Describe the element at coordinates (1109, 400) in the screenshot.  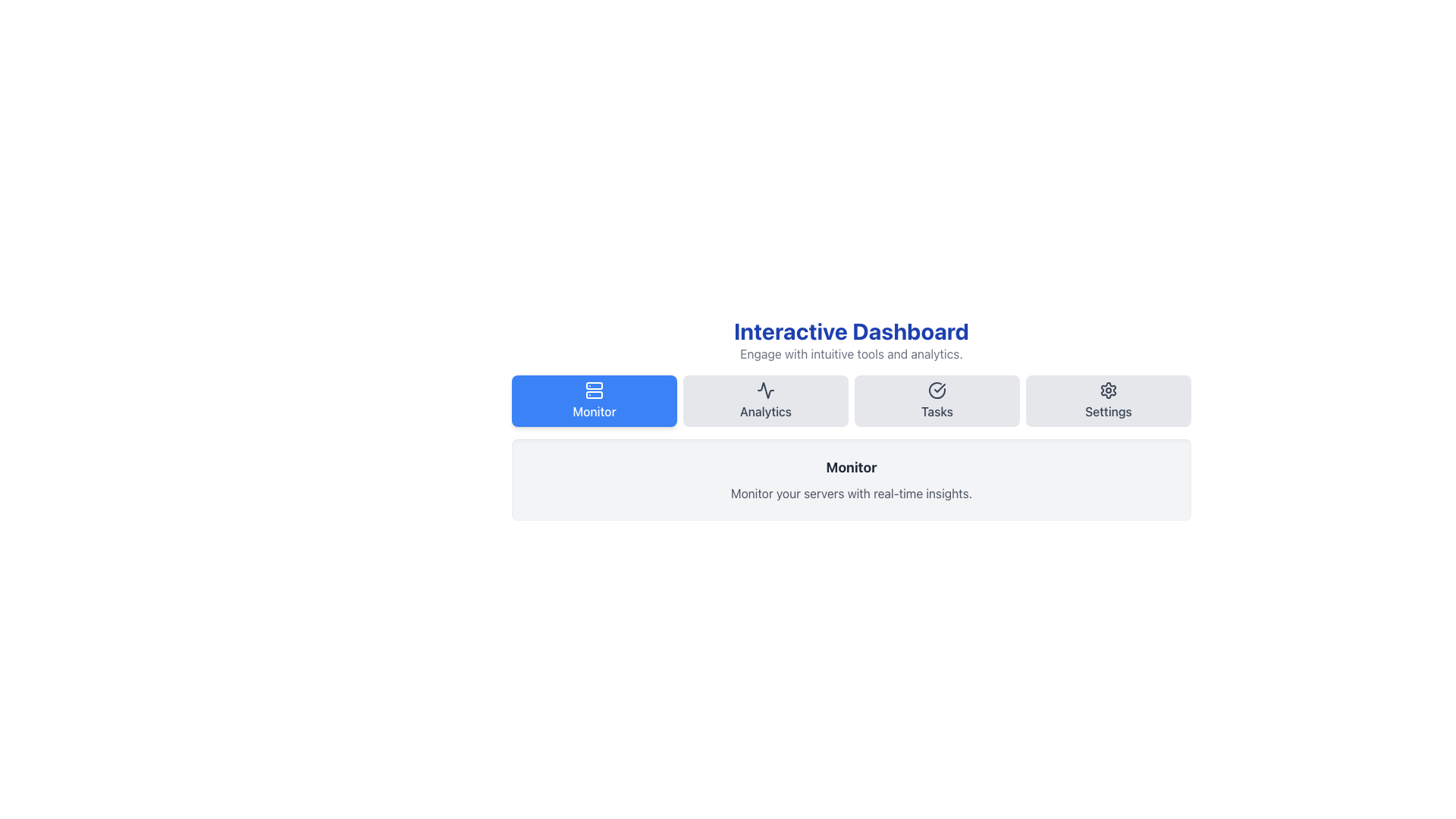
I see `the 'Settings' button, which is a rounded rectangular button with a light gray background and a gear icon, using keyboard navigation` at that location.